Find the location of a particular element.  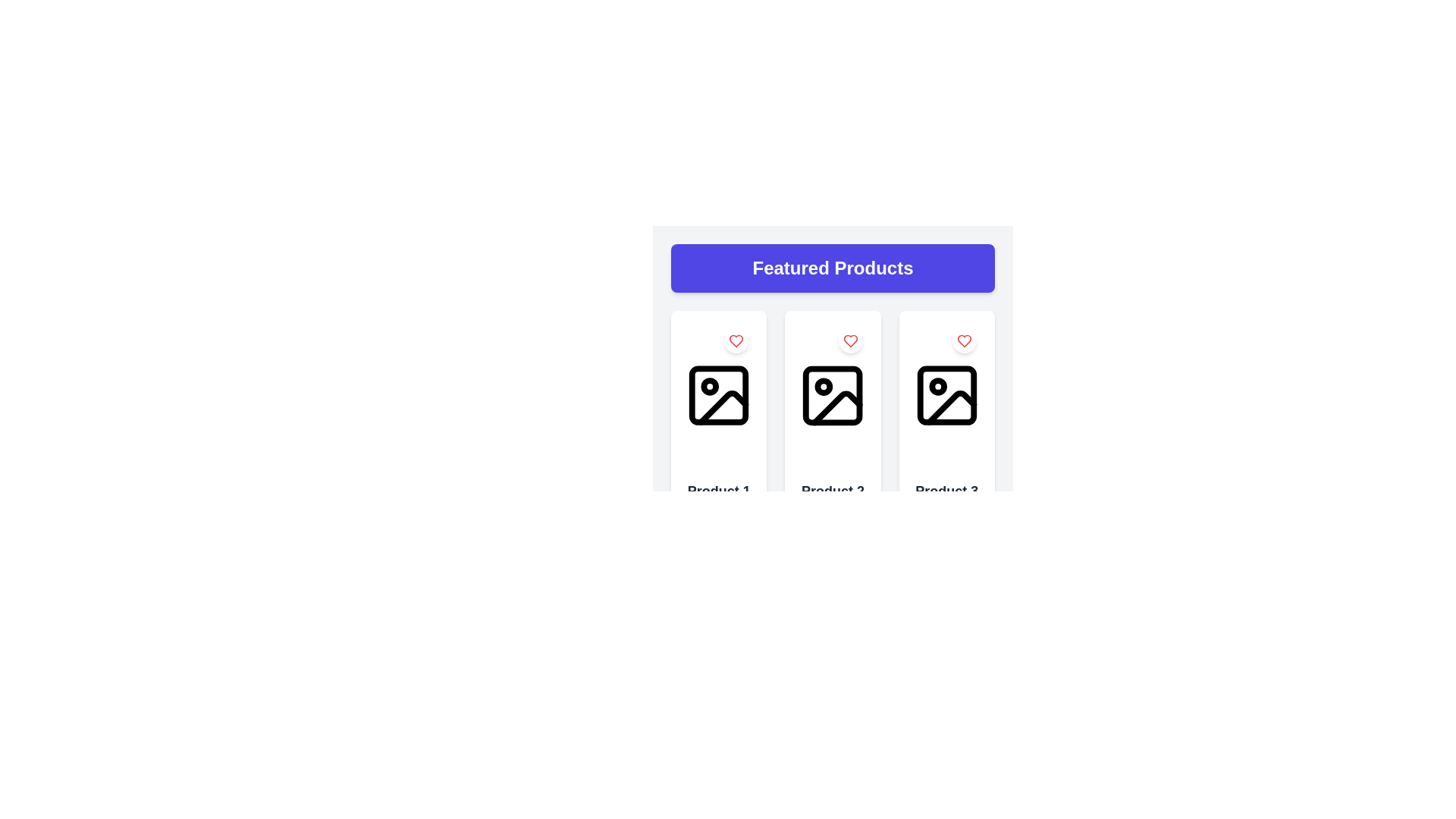

the favorite button/icon located in the top-right corner of the first product card in the Featured Products section is located at coordinates (736, 341).